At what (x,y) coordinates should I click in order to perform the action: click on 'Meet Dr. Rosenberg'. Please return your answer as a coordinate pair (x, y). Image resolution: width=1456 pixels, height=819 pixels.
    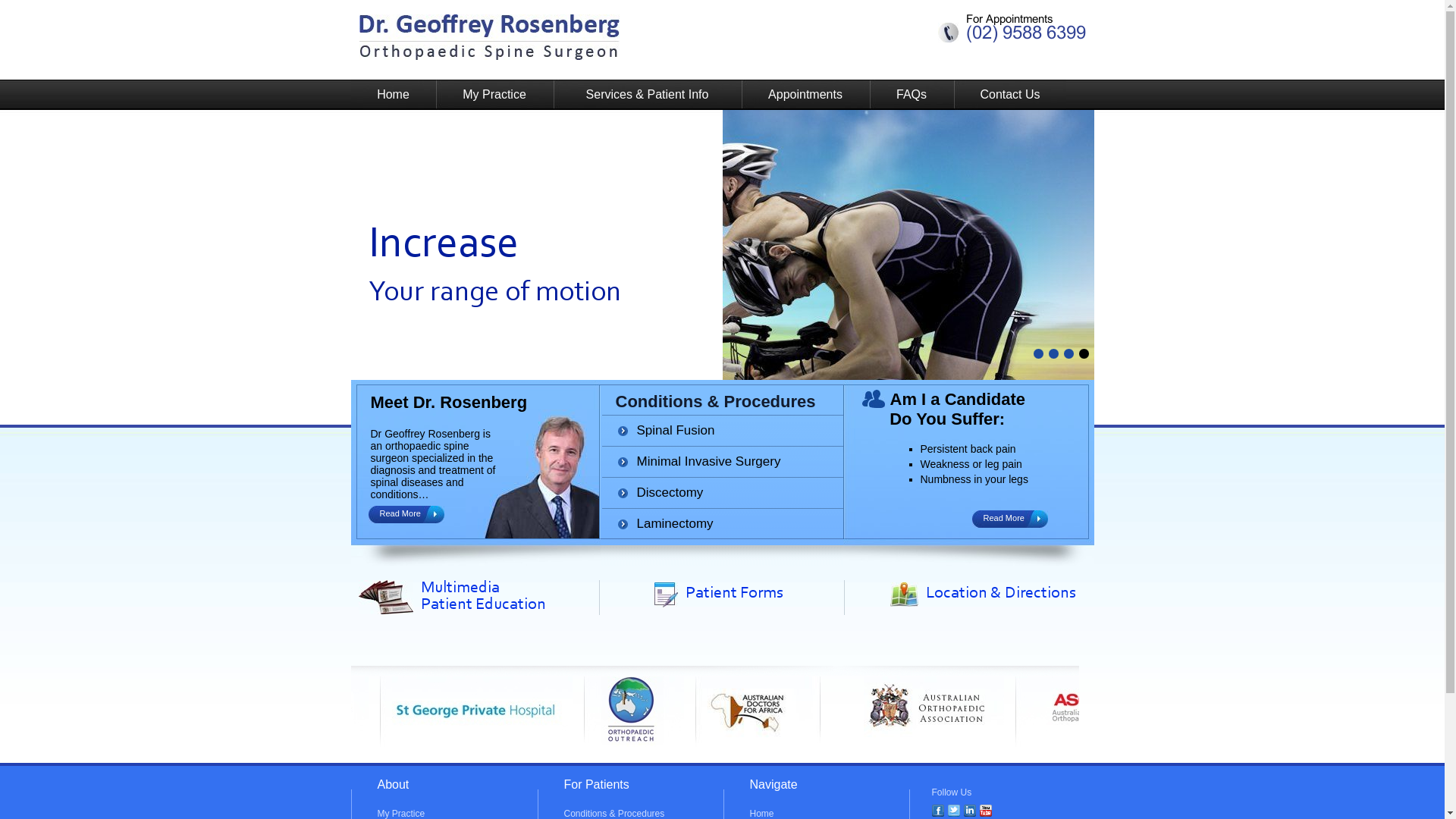
    Looking at the image, I should click on (447, 401).